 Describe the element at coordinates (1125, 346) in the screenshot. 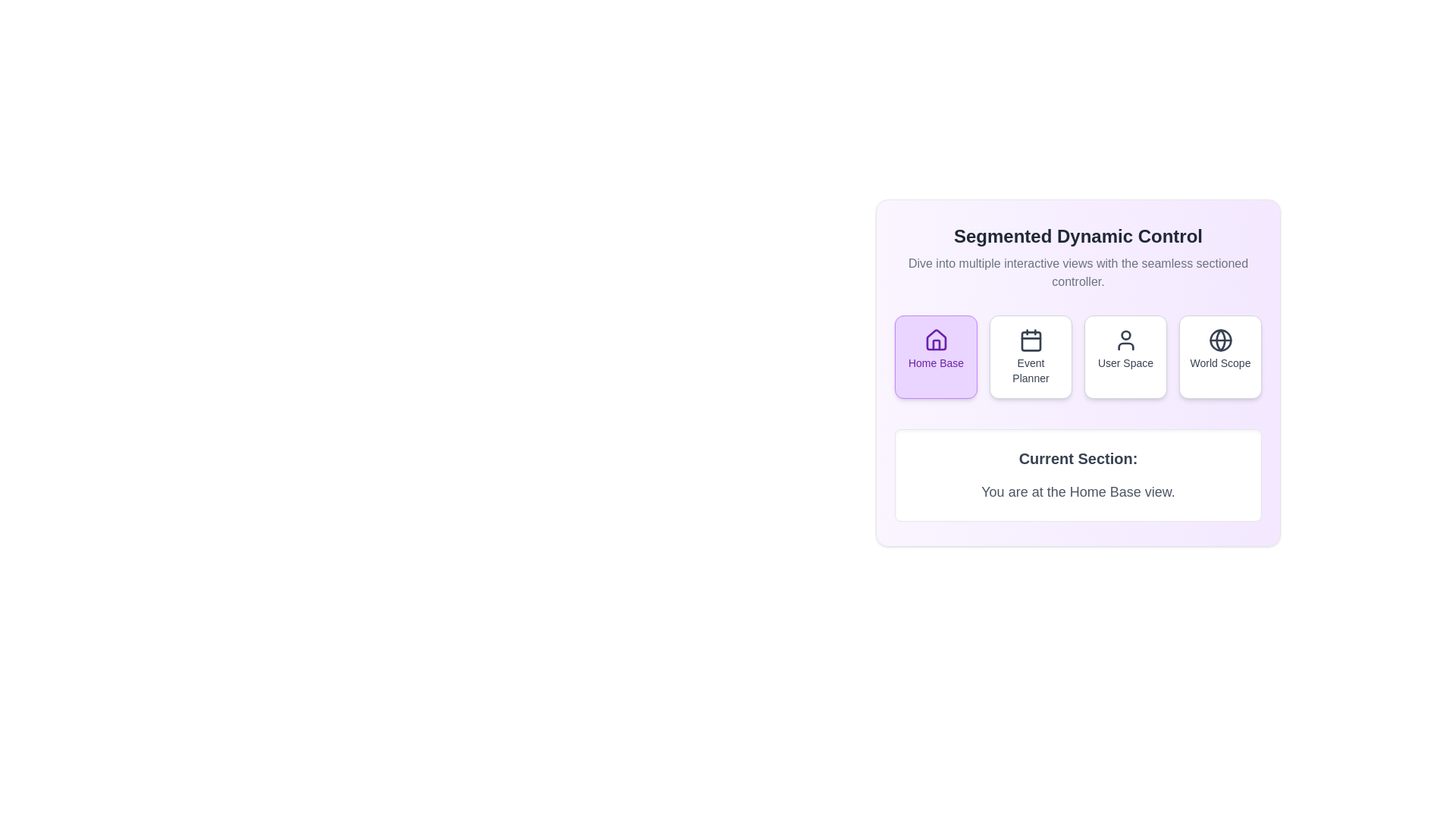

I see `the decorative part of the 'User Space' button icon, which is a component of the user icon located in the 'Segmented Dynamic Control' section` at that location.